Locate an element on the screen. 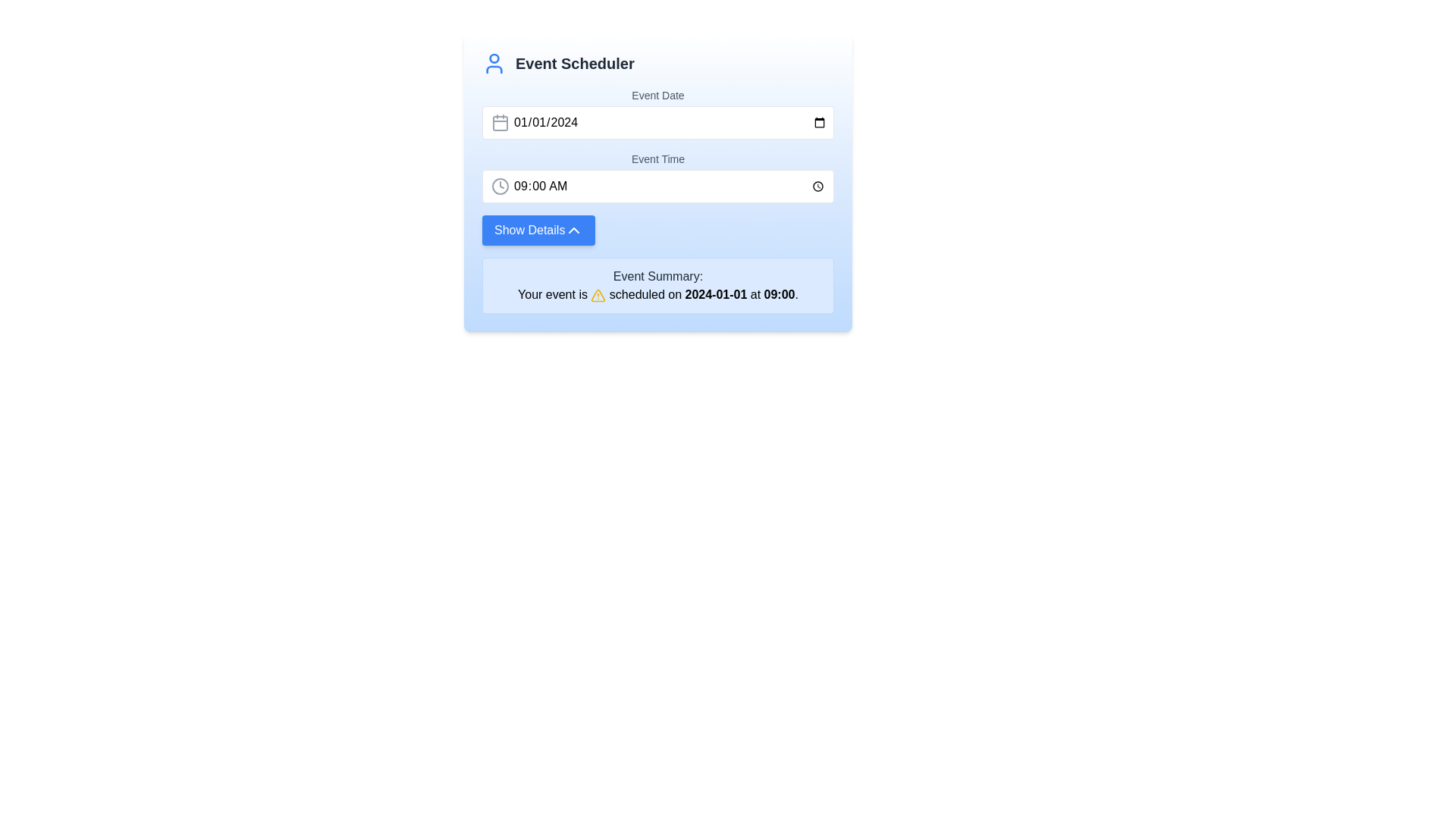 The image size is (1456, 819). the 'Event Date' text label, which is displayed in gray above the input field for the date is located at coordinates (658, 96).